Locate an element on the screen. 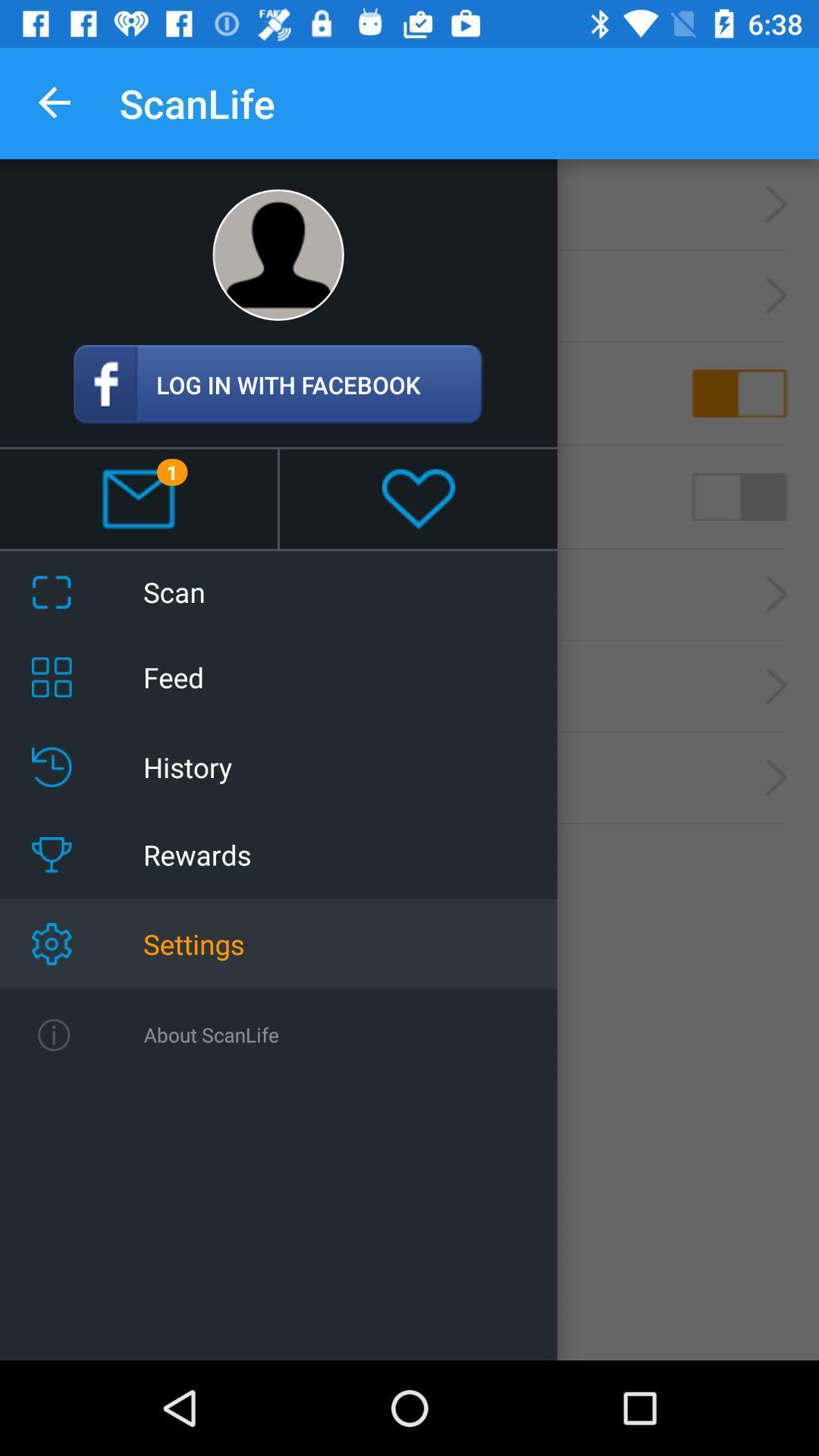 This screenshot has width=819, height=1456. the second arrow from the top of the page at the right side is located at coordinates (777, 296).